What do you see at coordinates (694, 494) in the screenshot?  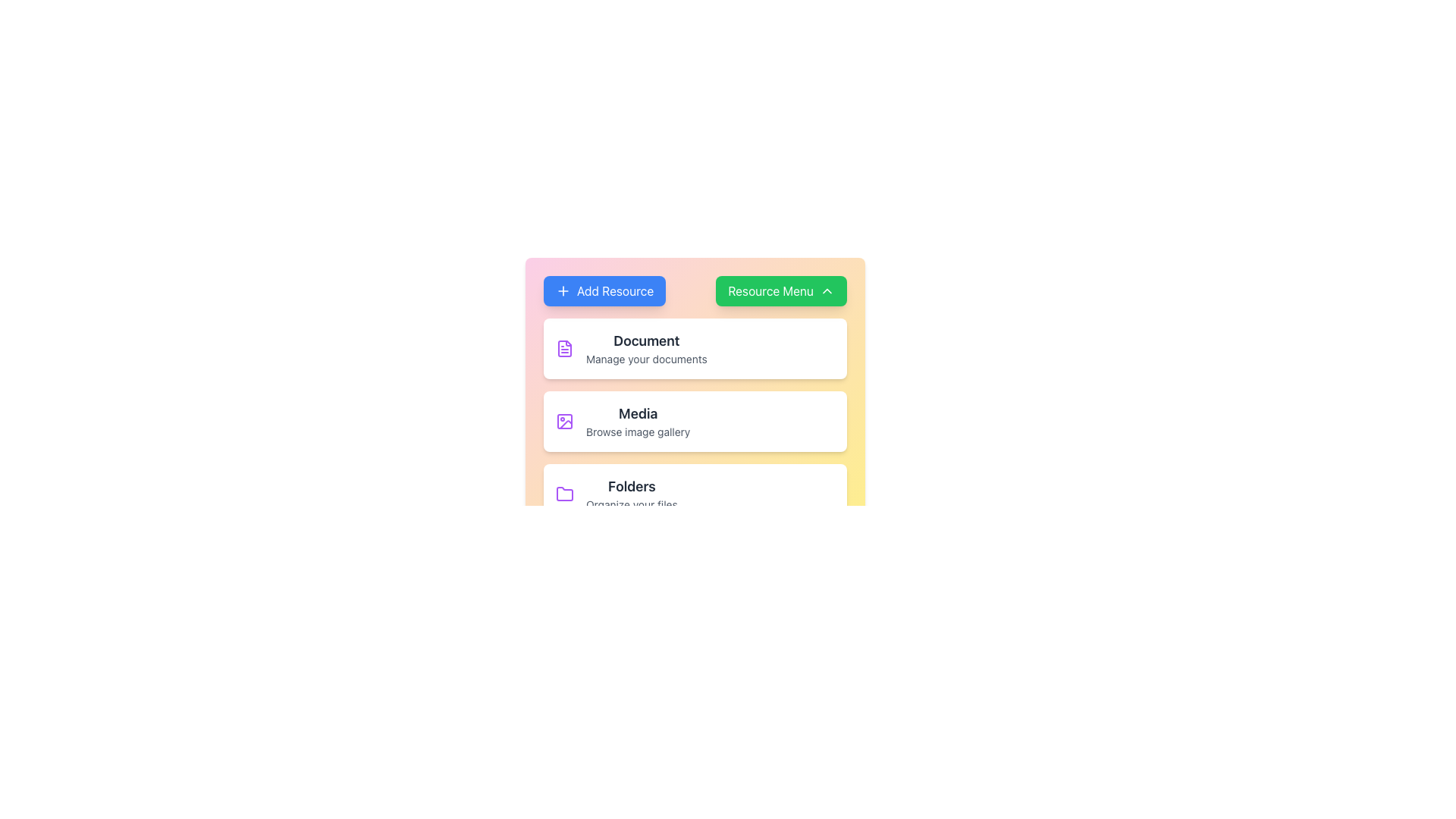 I see `the folder organization card, which is the third and bottom-most card in a vertical stack of three cards` at bounding box center [694, 494].